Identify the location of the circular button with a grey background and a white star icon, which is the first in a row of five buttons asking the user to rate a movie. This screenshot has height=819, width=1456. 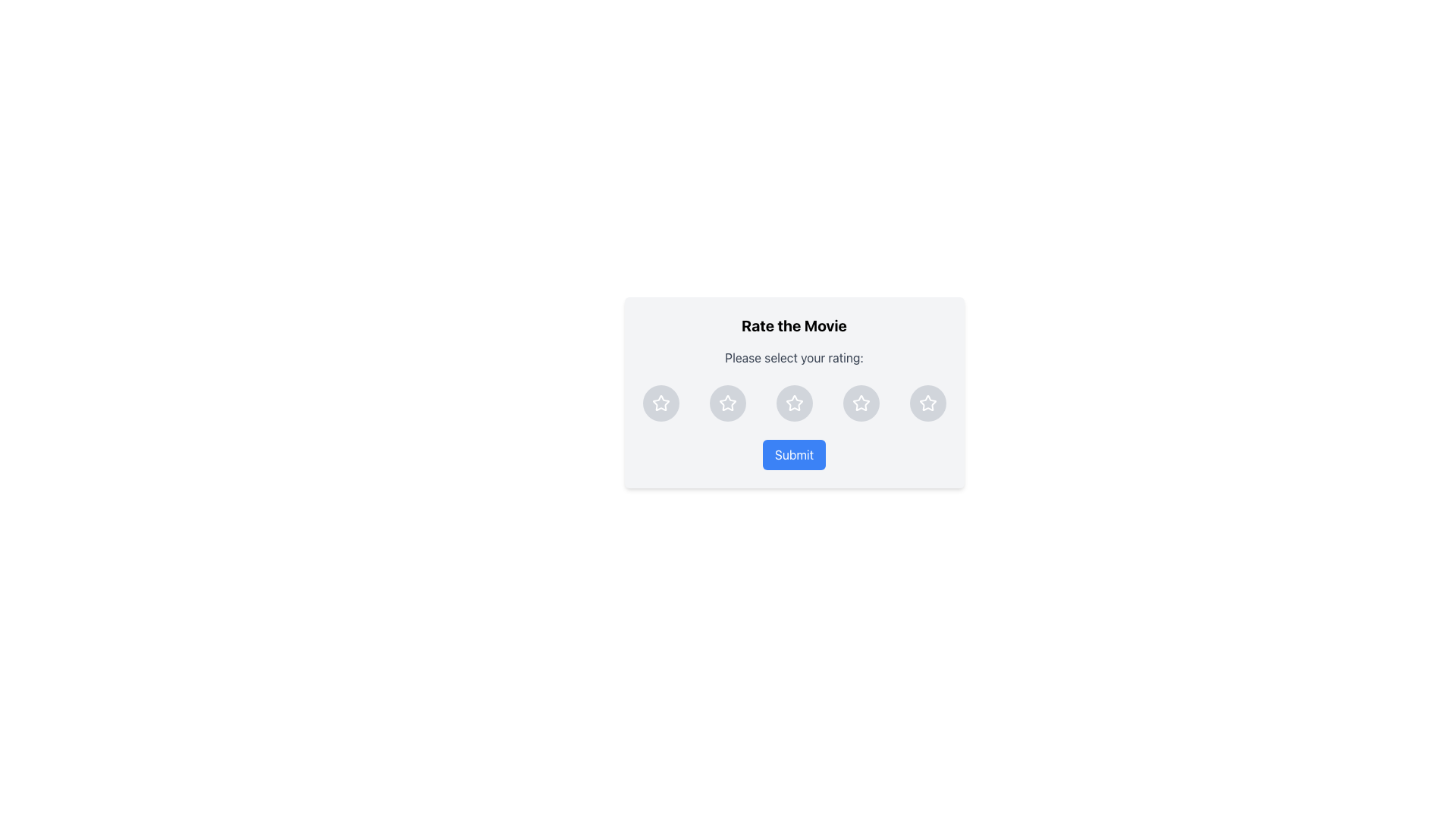
(661, 403).